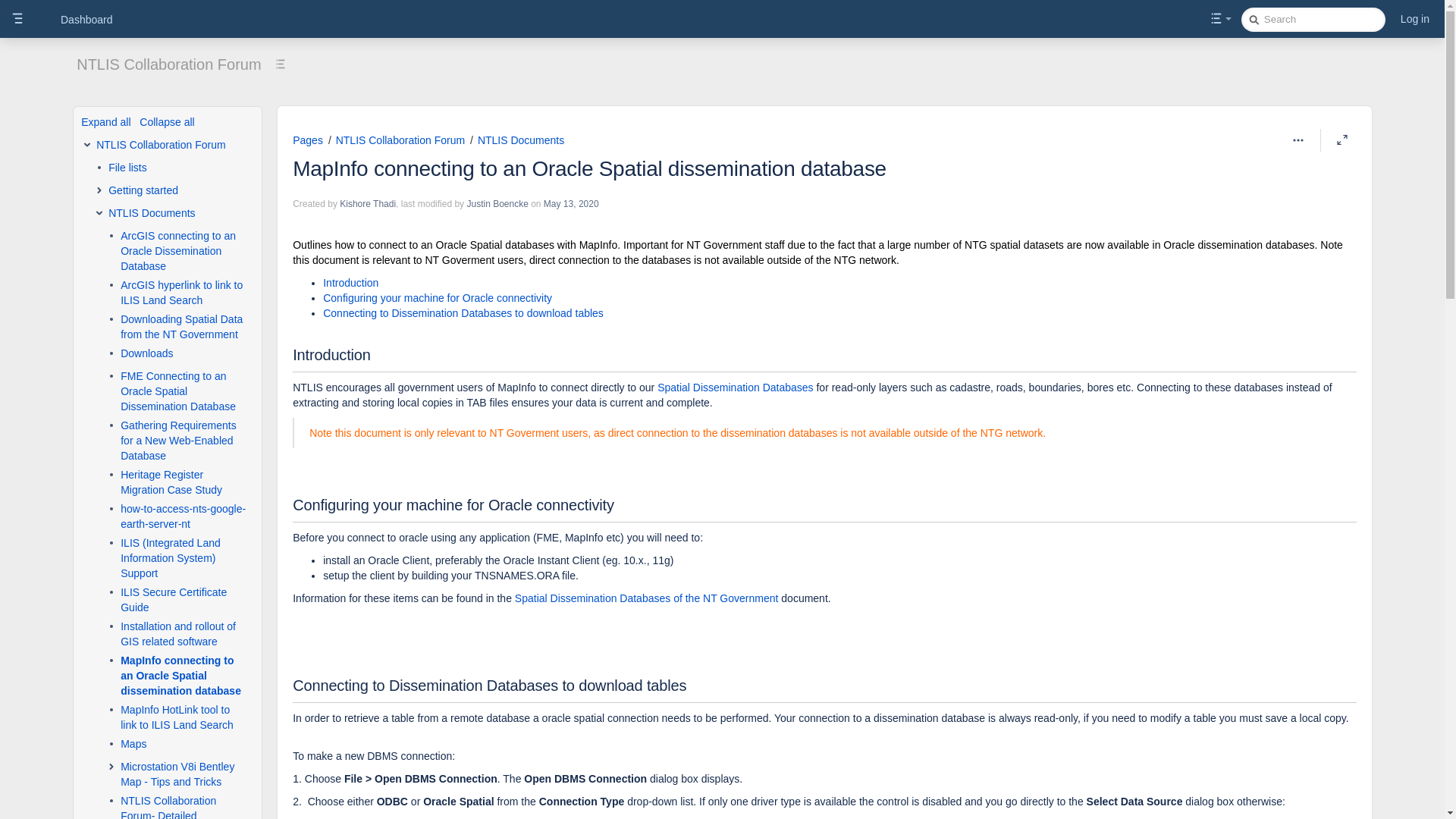 The image size is (1456, 819). I want to click on 'MapInfo HotLink tool to link to ILIS Land Search', so click(119, 717).